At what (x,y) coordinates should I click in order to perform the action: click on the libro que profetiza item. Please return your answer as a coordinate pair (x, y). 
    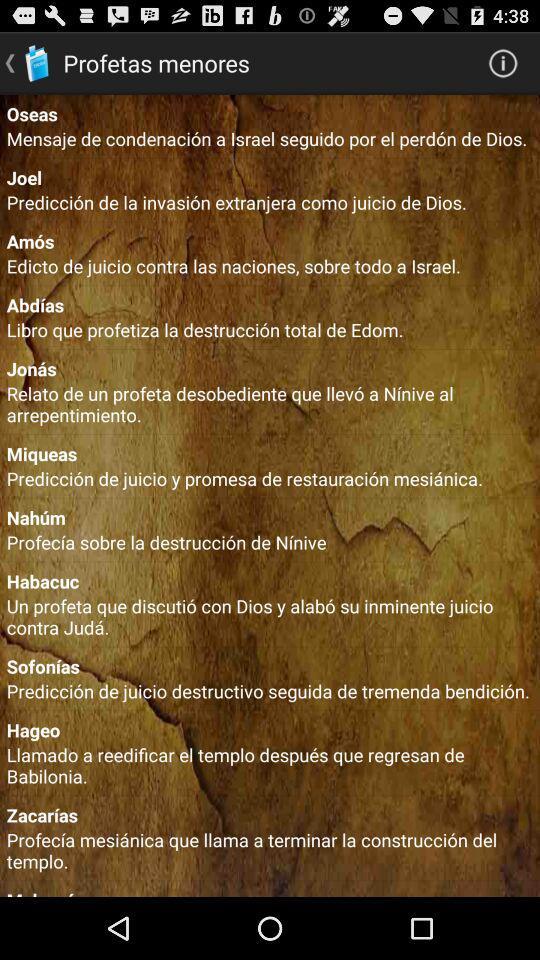
    Looking at the image, I should click on (270, 329).